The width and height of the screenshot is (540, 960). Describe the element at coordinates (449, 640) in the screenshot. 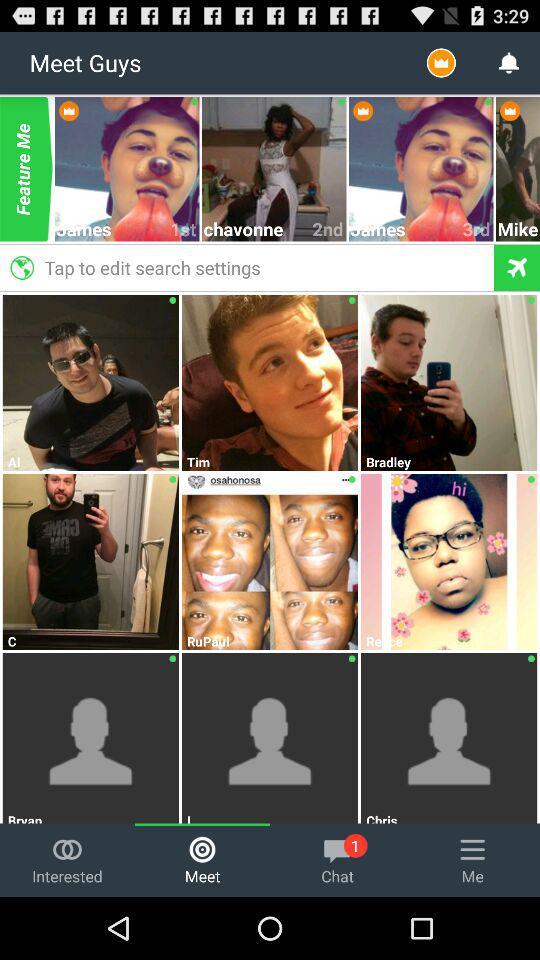

I see `reece` at that location.